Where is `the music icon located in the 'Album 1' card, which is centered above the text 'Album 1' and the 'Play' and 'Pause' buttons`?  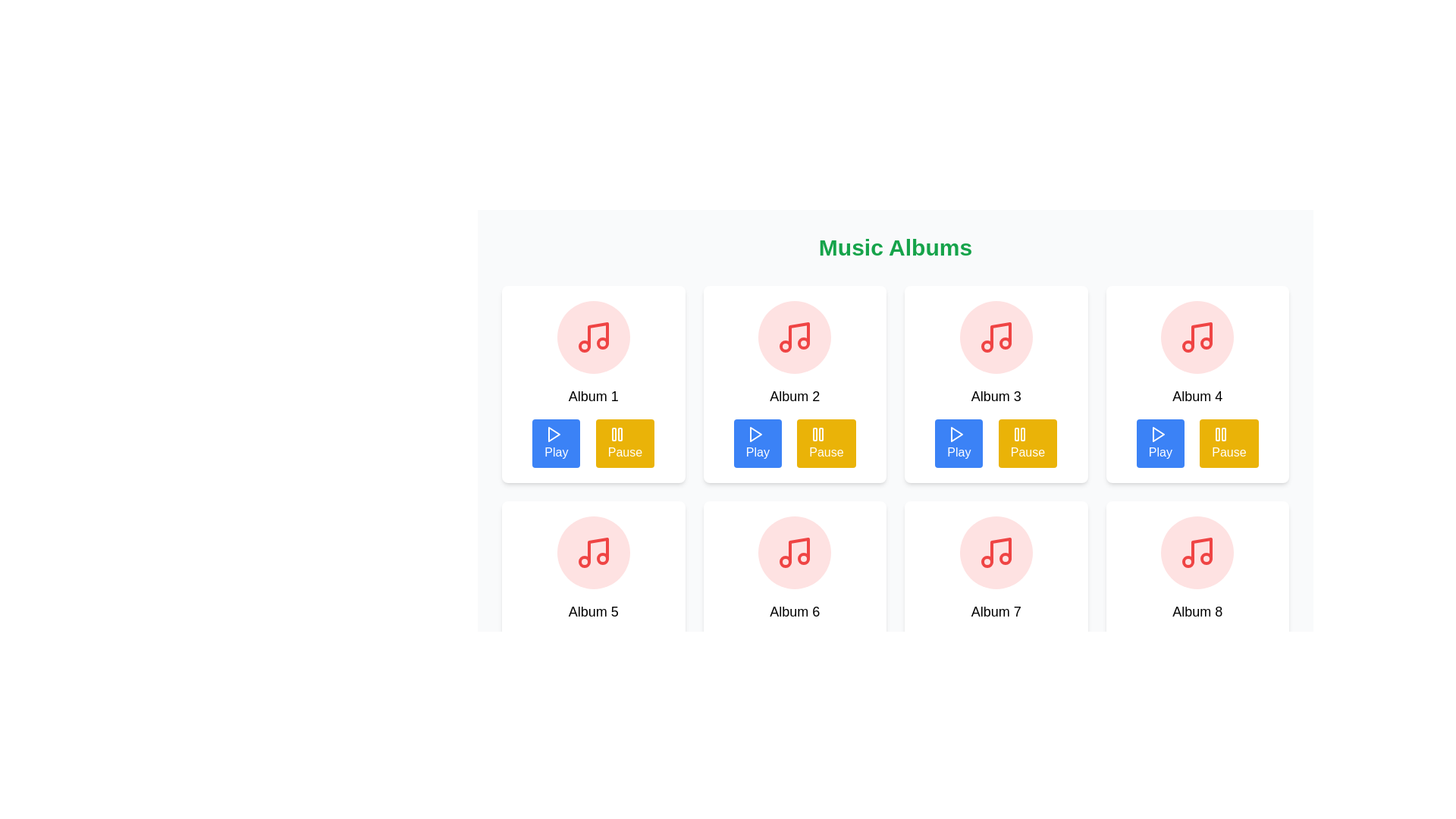 the music icon located in the 'Album 1' card, which is centered above the text 'Album 1' and the 'Play' and 'Pause' buttons is located at coordinates (592, 336).